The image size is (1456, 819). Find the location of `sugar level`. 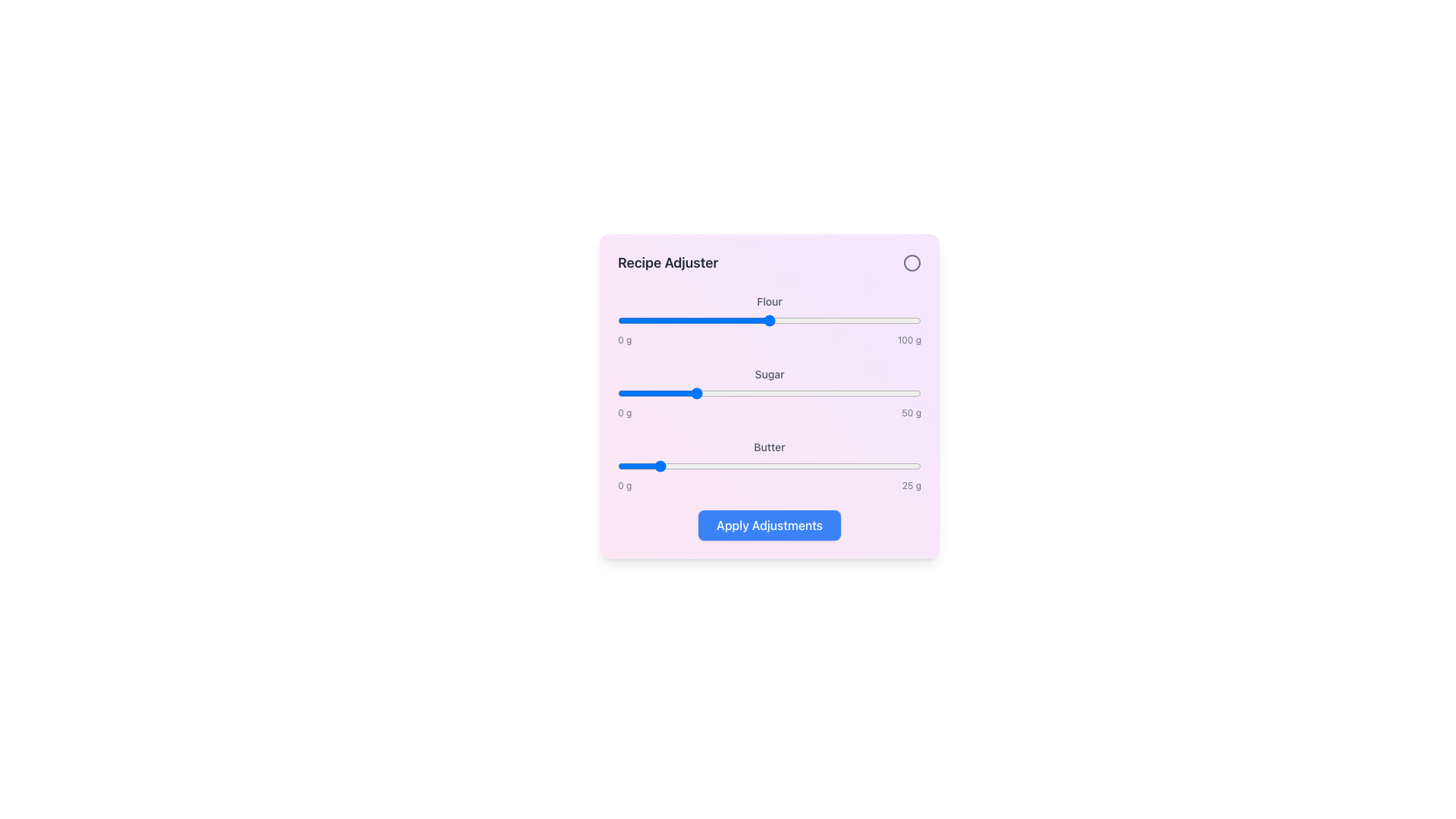

sugar level is located at coordinates (799, 393).